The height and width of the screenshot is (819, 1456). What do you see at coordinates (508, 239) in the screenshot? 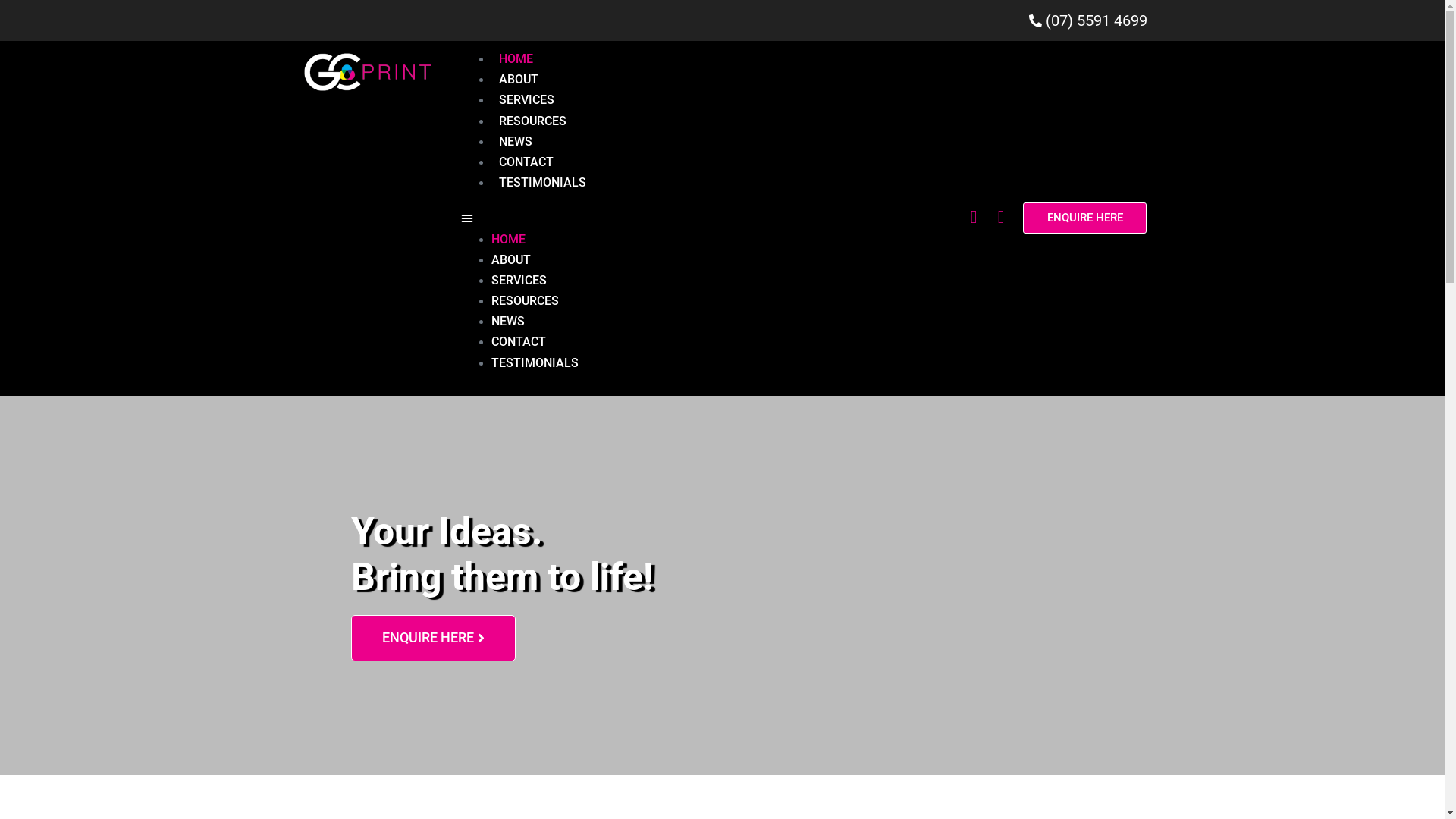
I see `'HOME'` at bounding box center [508, 239].